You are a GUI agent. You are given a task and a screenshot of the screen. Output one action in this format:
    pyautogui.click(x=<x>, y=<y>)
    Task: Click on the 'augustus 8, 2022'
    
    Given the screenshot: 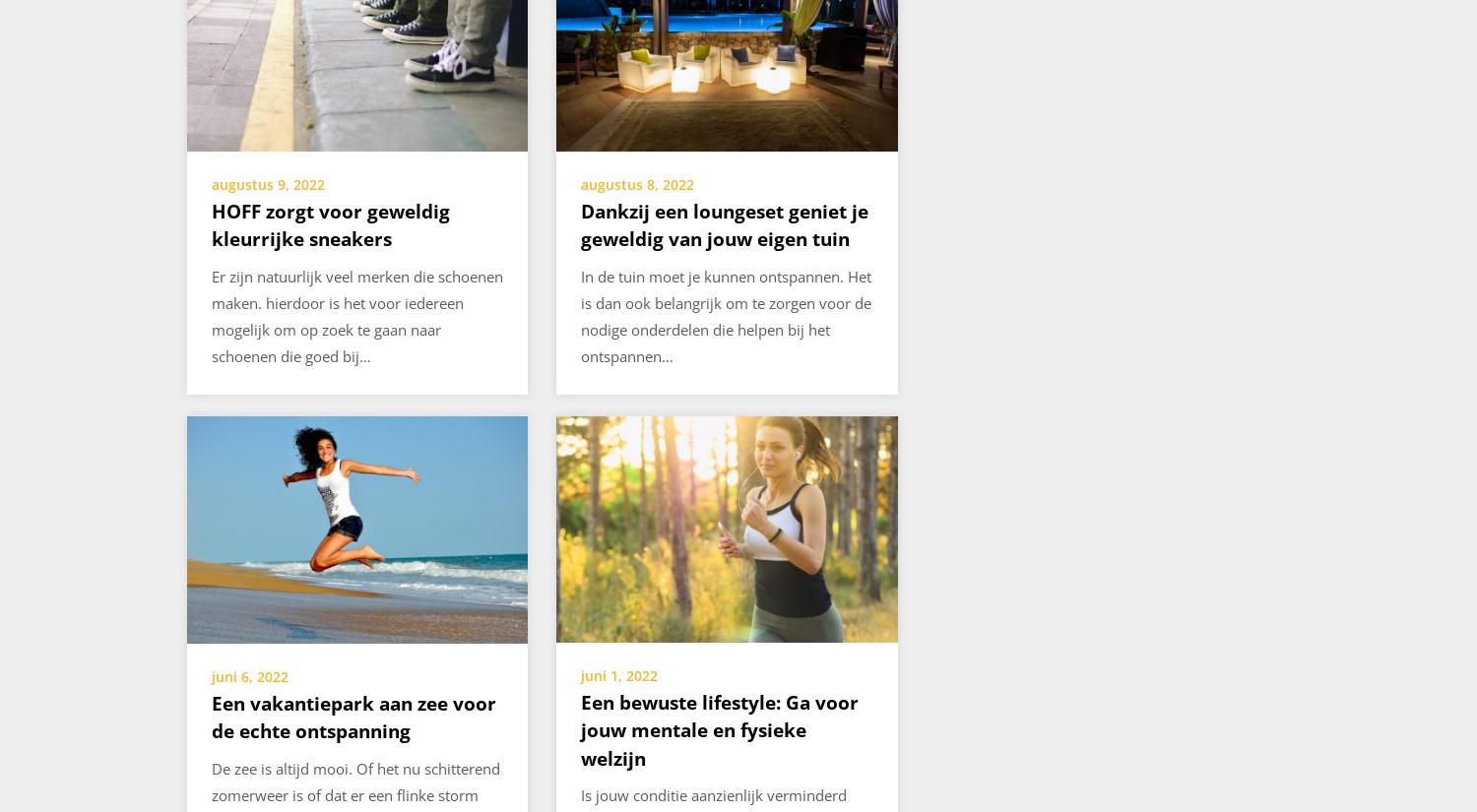 What is the action you would take?
    pyautogui.click(x=637, y=183)
    